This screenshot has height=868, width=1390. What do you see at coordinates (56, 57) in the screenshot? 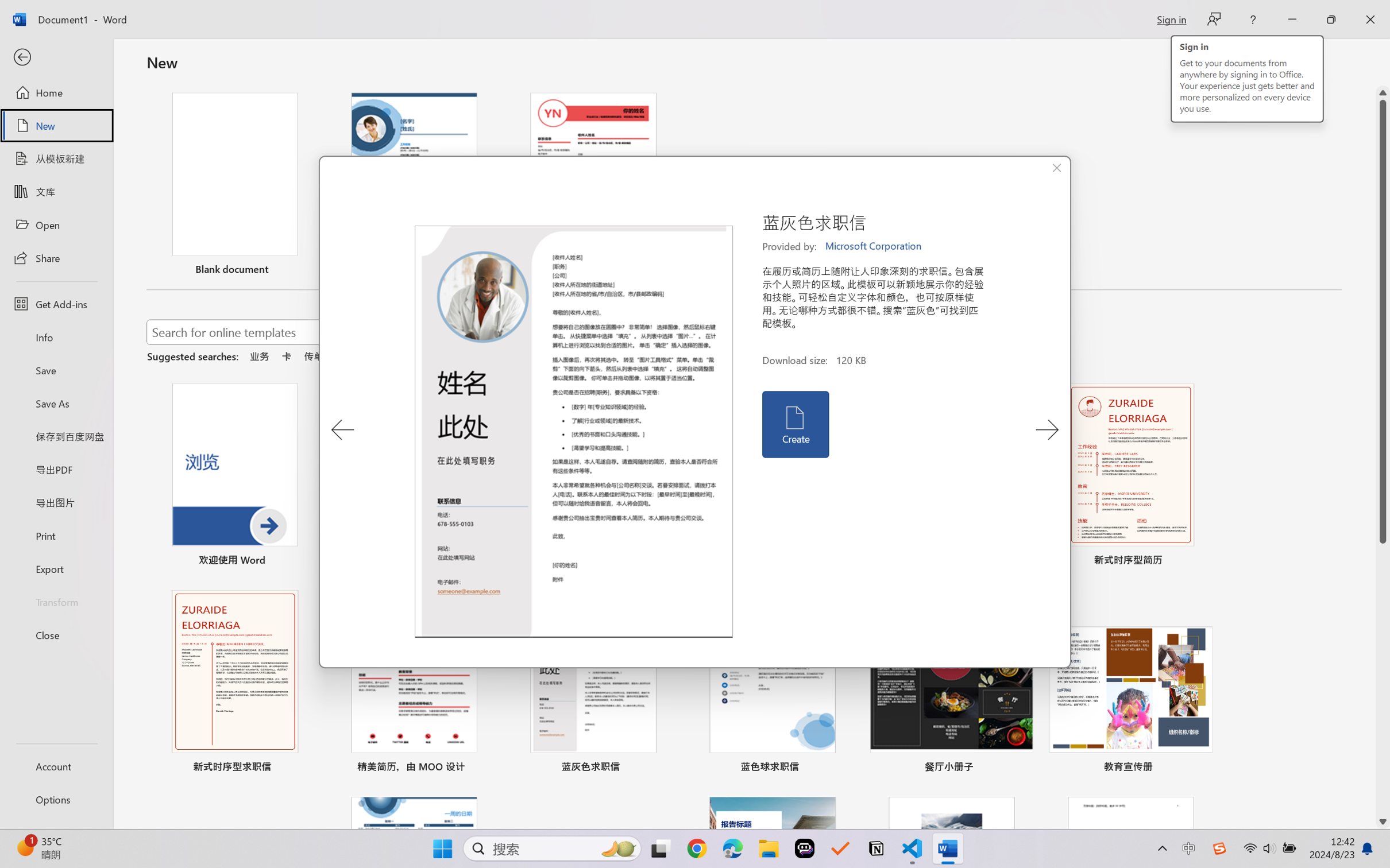
I see `'Back'` at bounding box center [56, 57].